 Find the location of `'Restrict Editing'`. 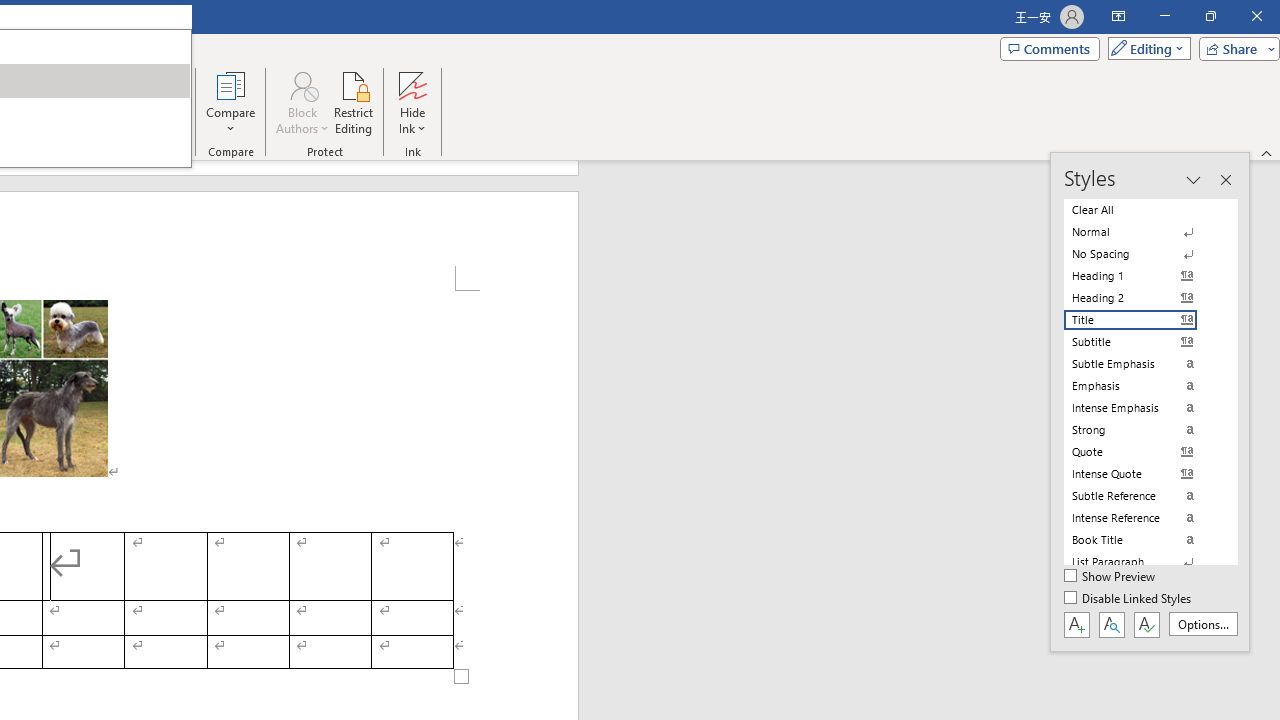

'Restrict Editing' is located at coordinates (353, 103).